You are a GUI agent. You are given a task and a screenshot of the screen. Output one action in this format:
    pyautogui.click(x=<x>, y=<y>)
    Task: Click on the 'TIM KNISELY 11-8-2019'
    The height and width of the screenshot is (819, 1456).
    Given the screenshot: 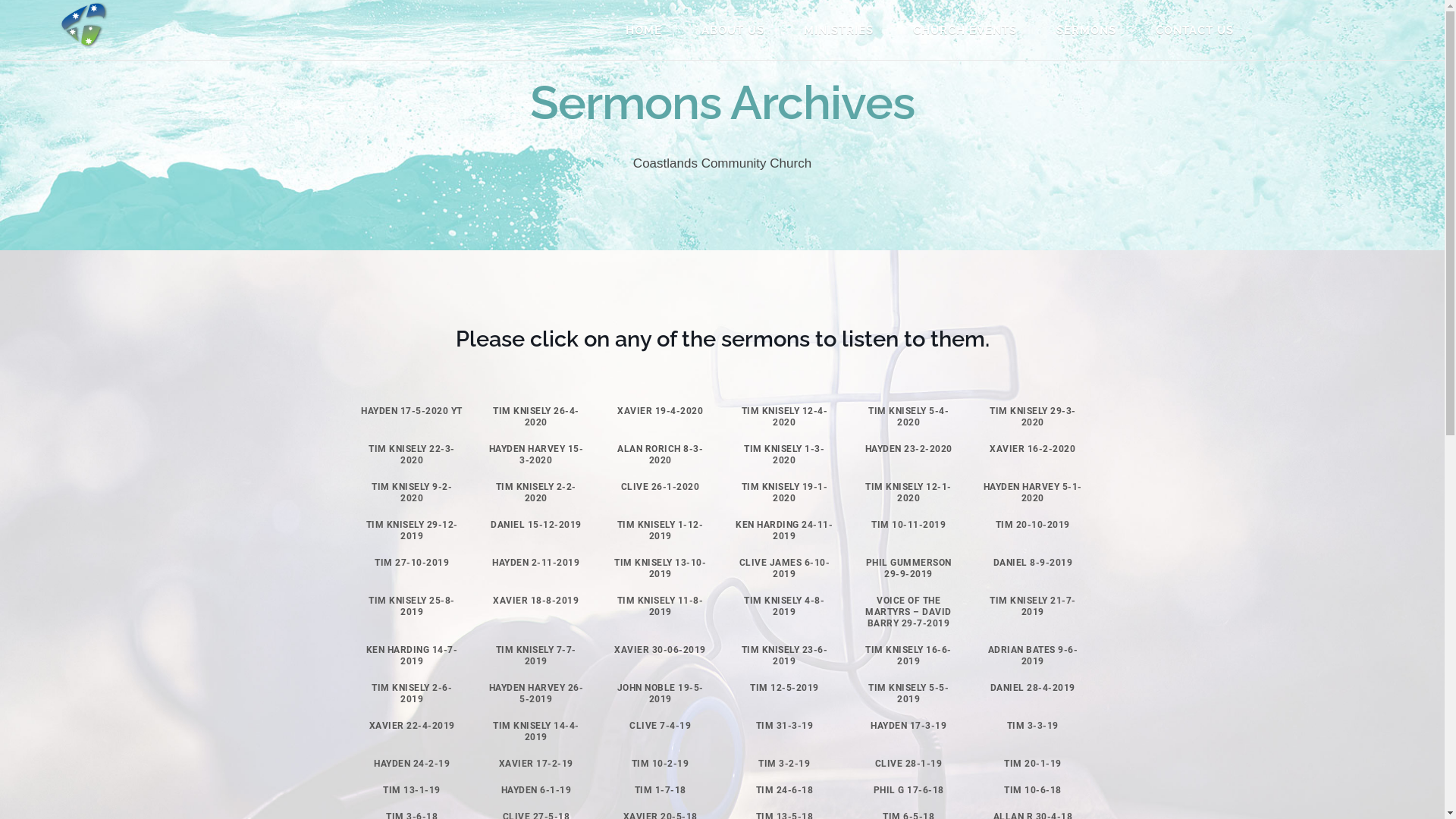 What is the action you would take?
    pyautogui.click(x=660, y=605)
    